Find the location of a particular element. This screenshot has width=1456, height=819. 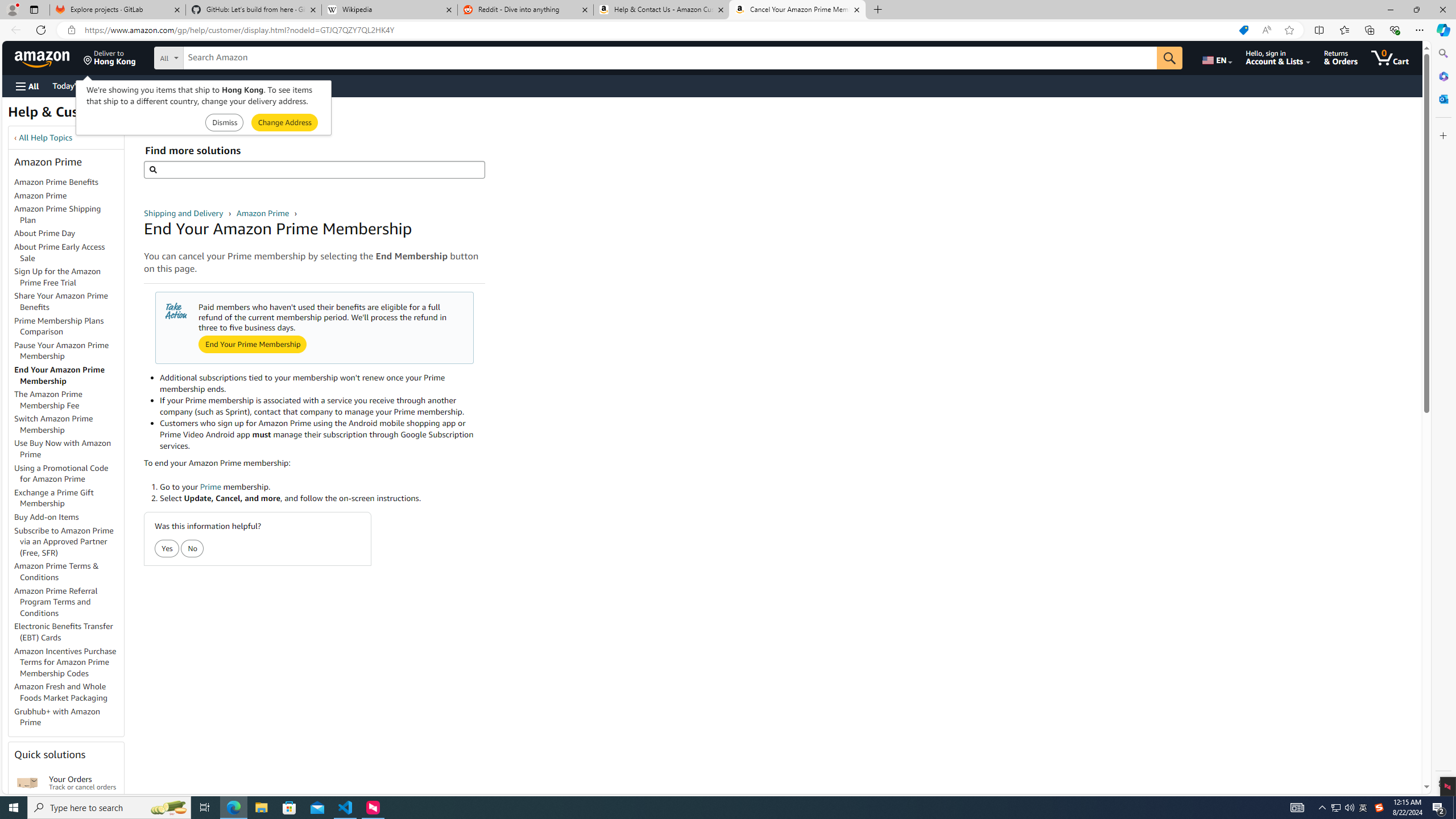

'Electronic Benefits Transfer (EBT) Cards' is located at coordinates (63, 631).